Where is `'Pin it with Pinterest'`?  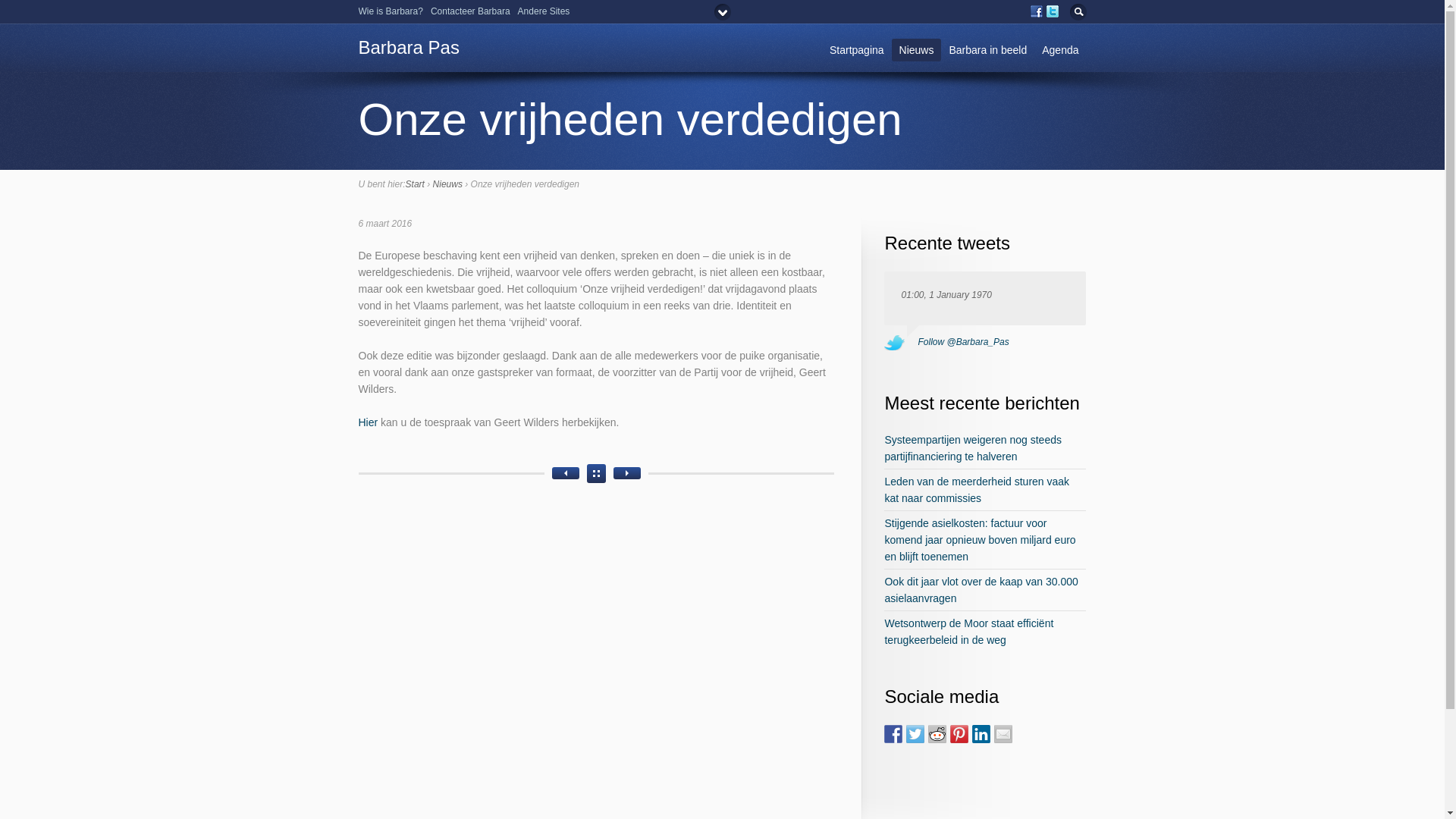 'Pin it with Pinterest' is located at coordinates (959, 733).